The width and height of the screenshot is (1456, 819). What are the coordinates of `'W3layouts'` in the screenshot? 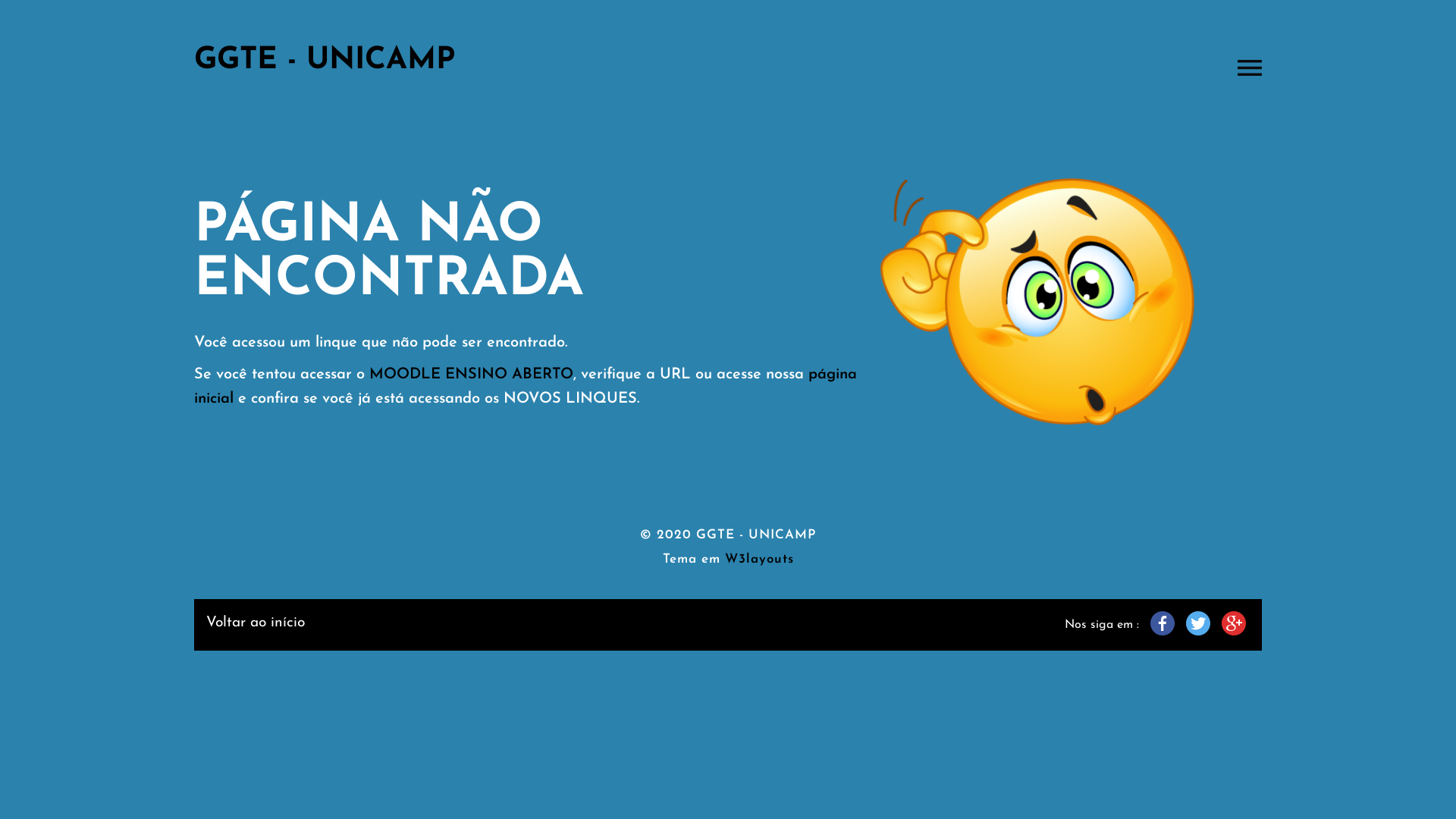 It's located at (759, 559).